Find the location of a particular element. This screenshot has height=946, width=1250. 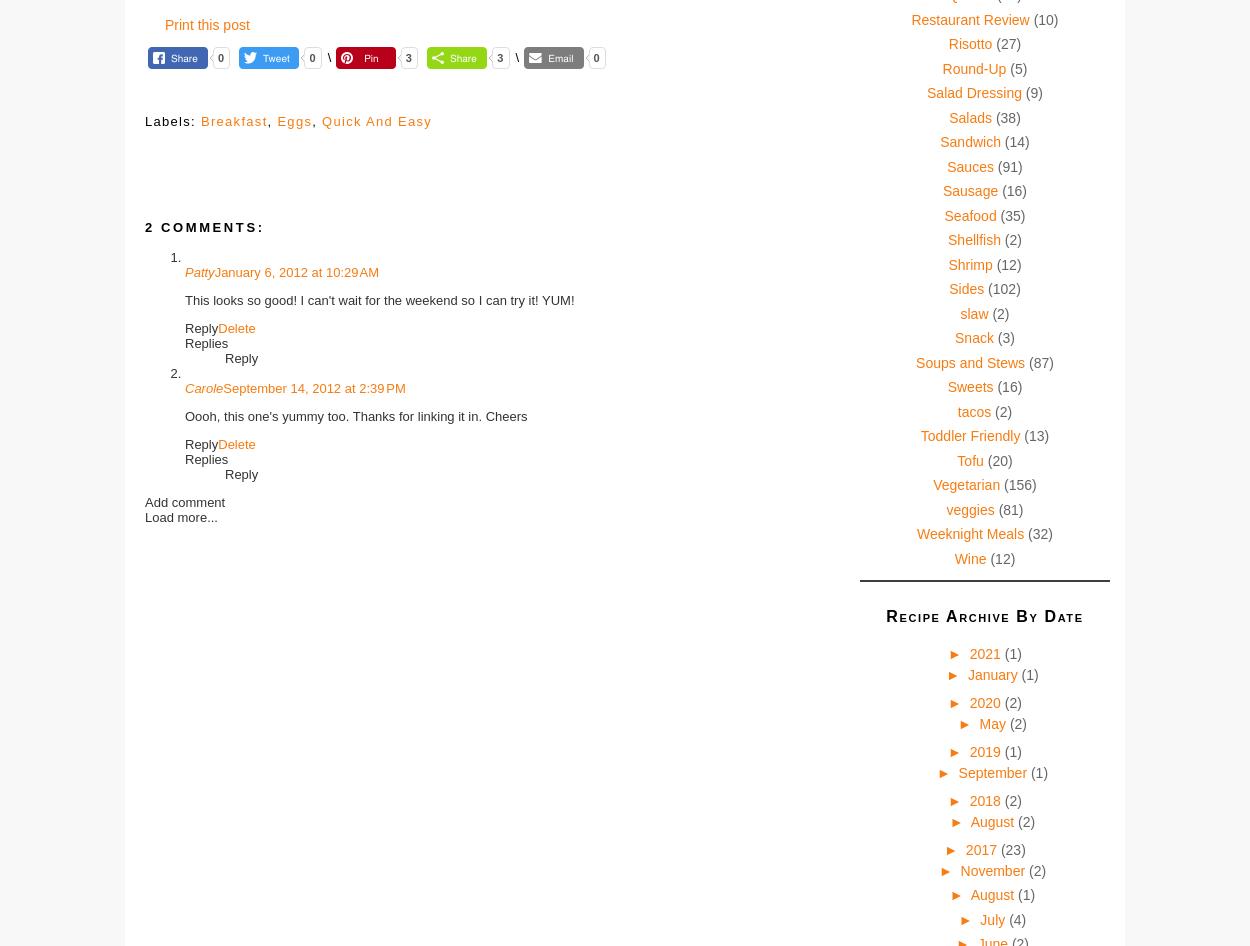

'Load more...' is located at coordinates (181, 517).